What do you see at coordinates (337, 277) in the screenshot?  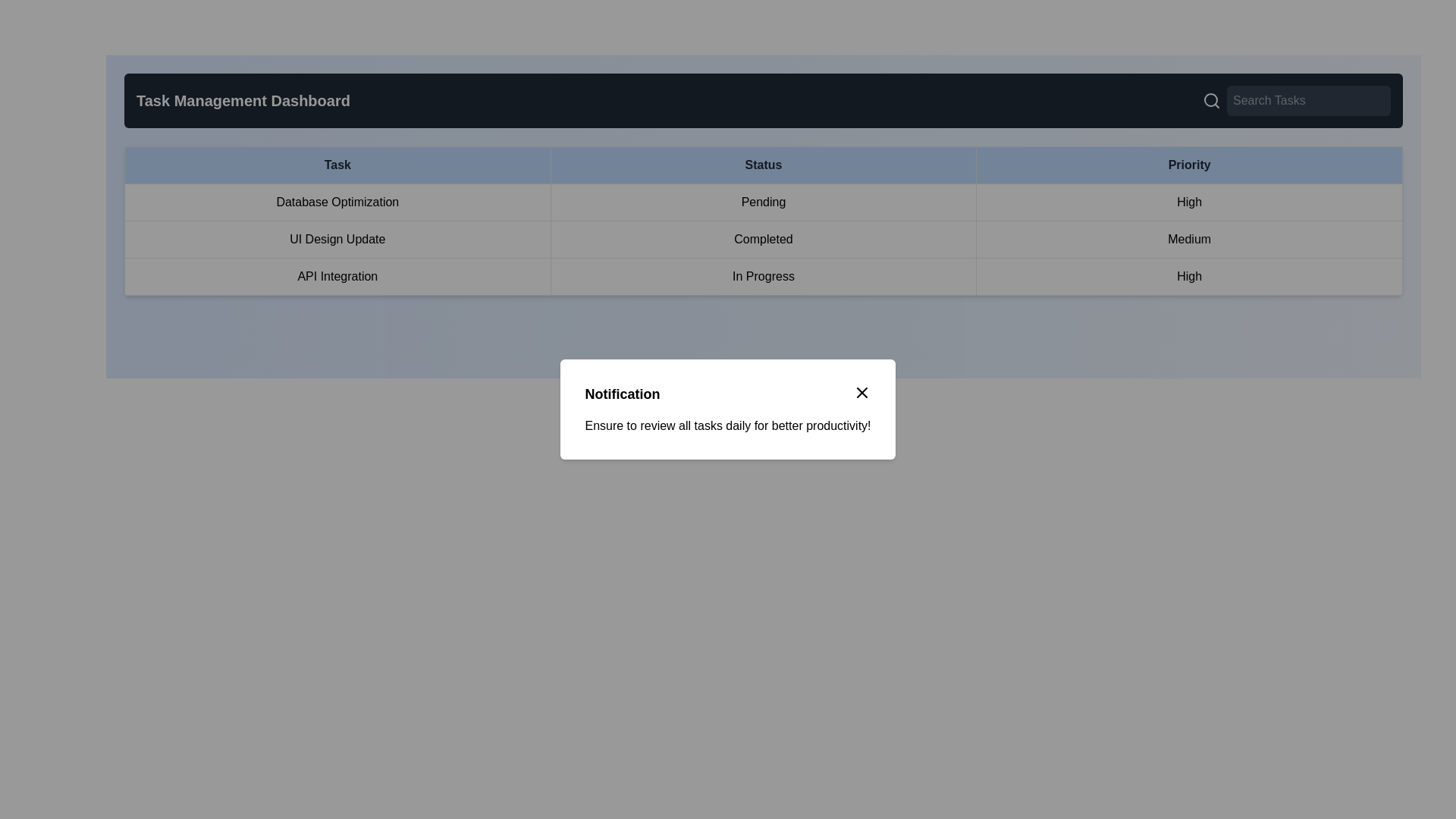 I see `the static text label displaying 'API Integration' in the 'Task' column of the Task Management Dashboard` at bounding box center [337, 277].